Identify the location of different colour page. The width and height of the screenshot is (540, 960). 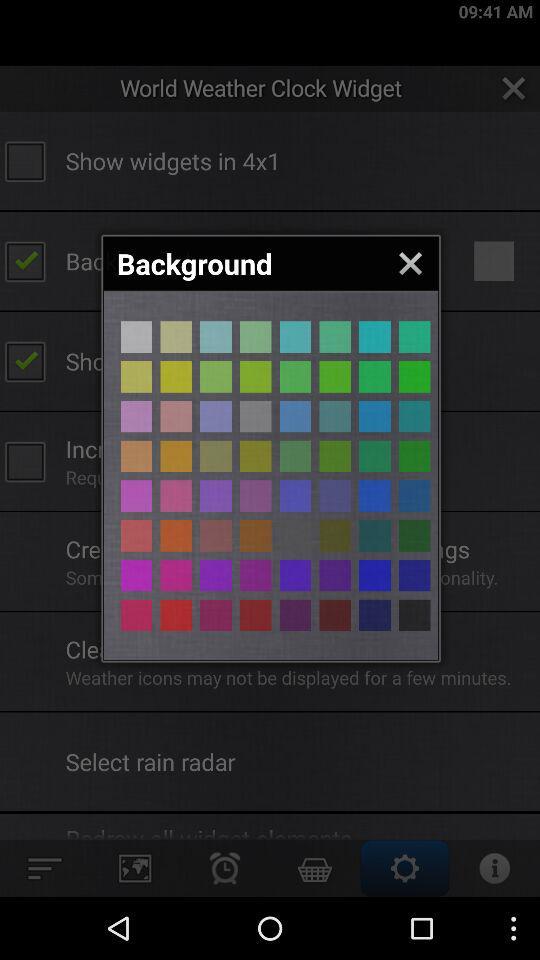
(176, 415).